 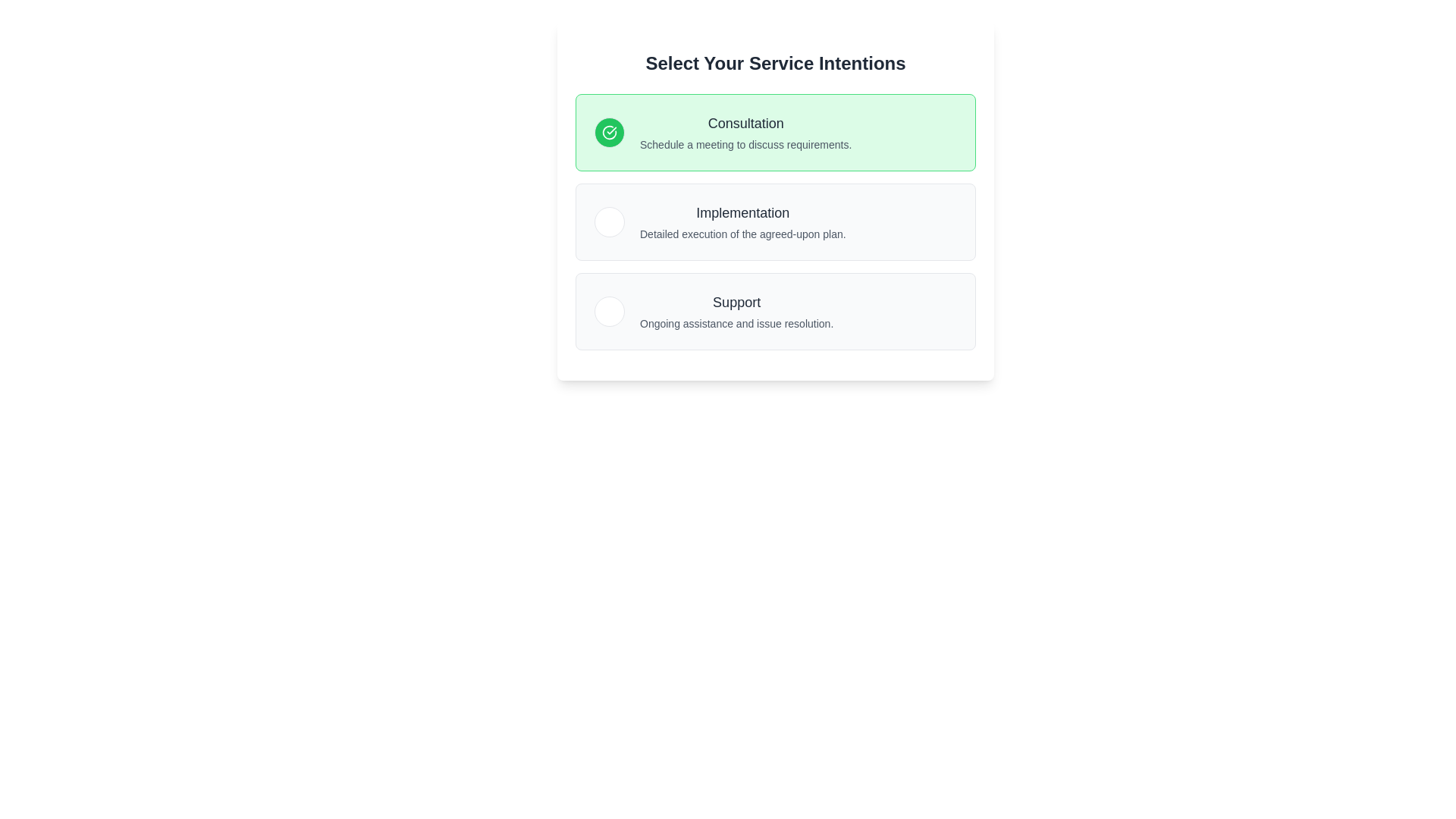 I want to click on descriptive text of the second option in the list, which includes 'Implementation' and 'Detailed execution of the agreed-upon plan.', so click(x=742, y=222).